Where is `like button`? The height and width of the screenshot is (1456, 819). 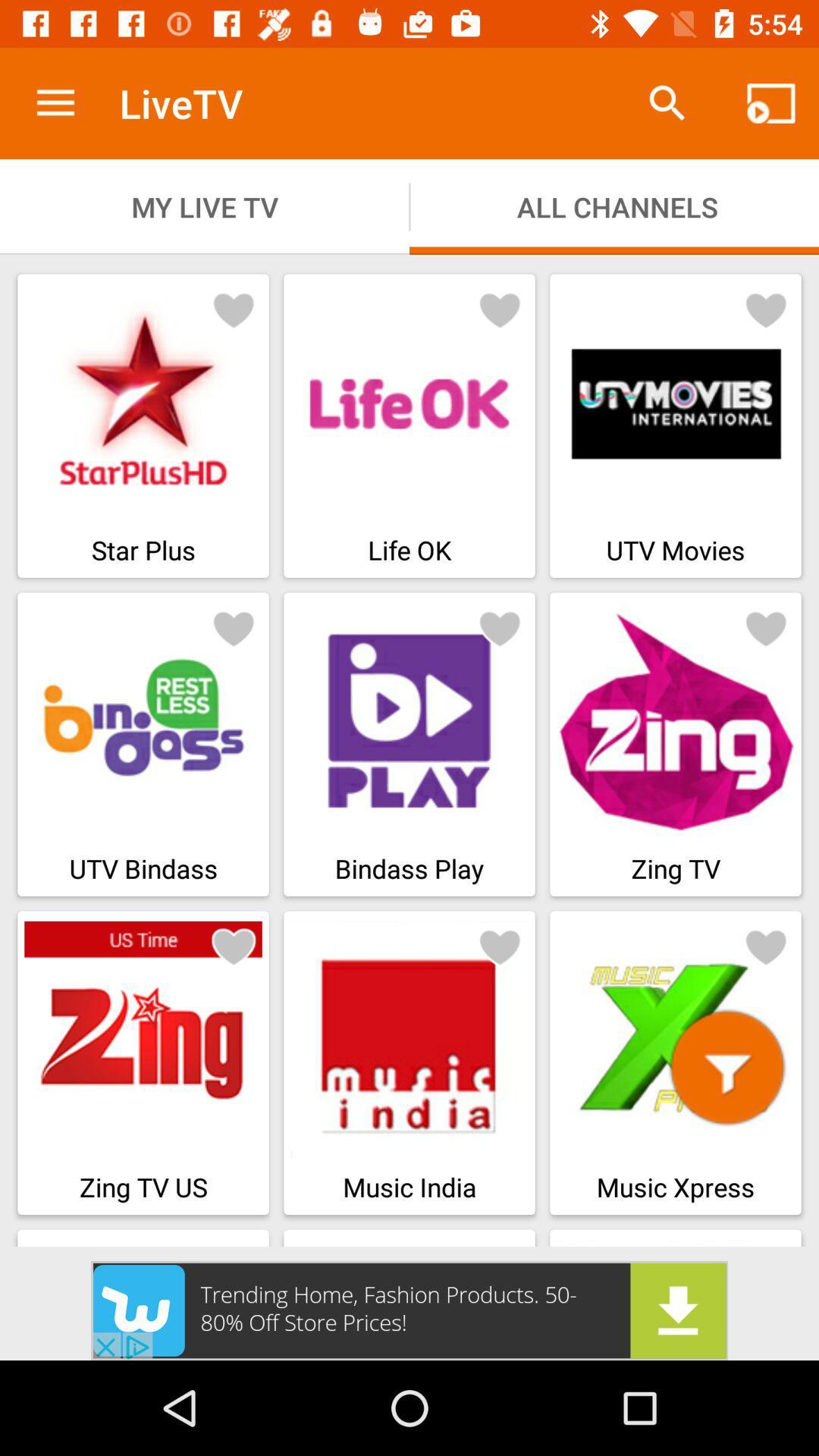
like button is located at coordinates (234, 946).